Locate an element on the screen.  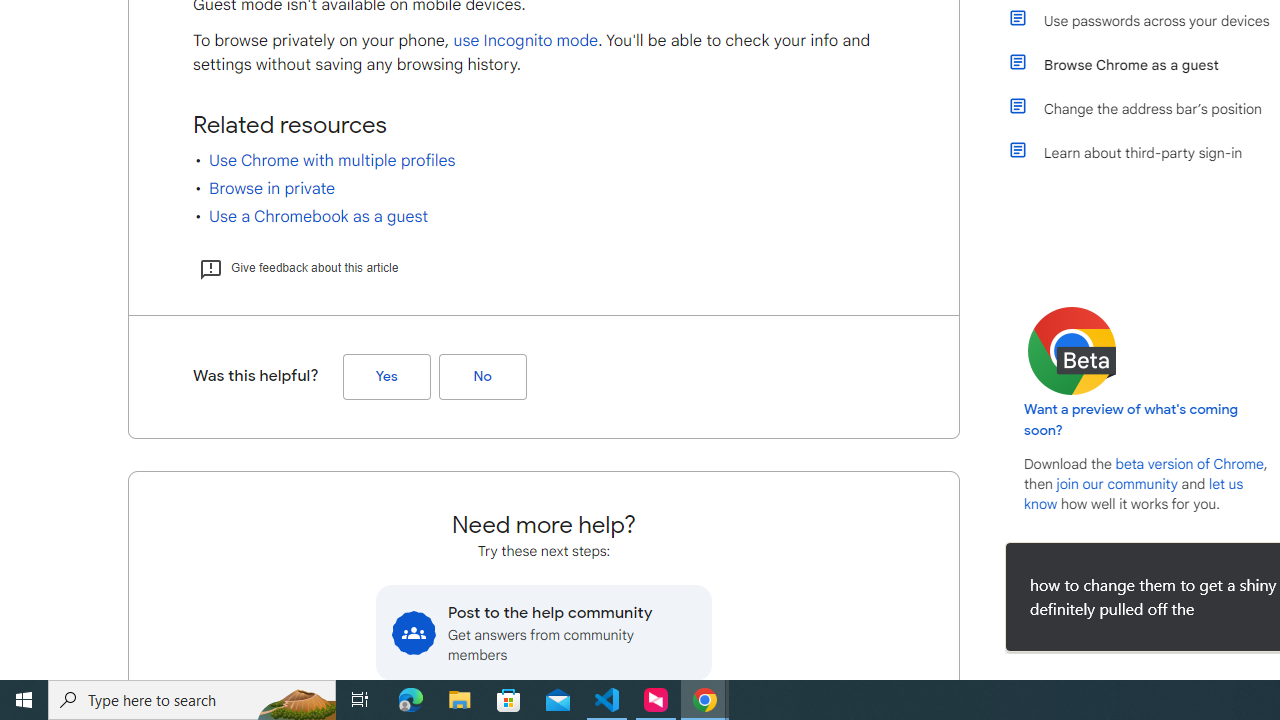
'No (Was this helpful?)' is located at coordinates (482, 377).